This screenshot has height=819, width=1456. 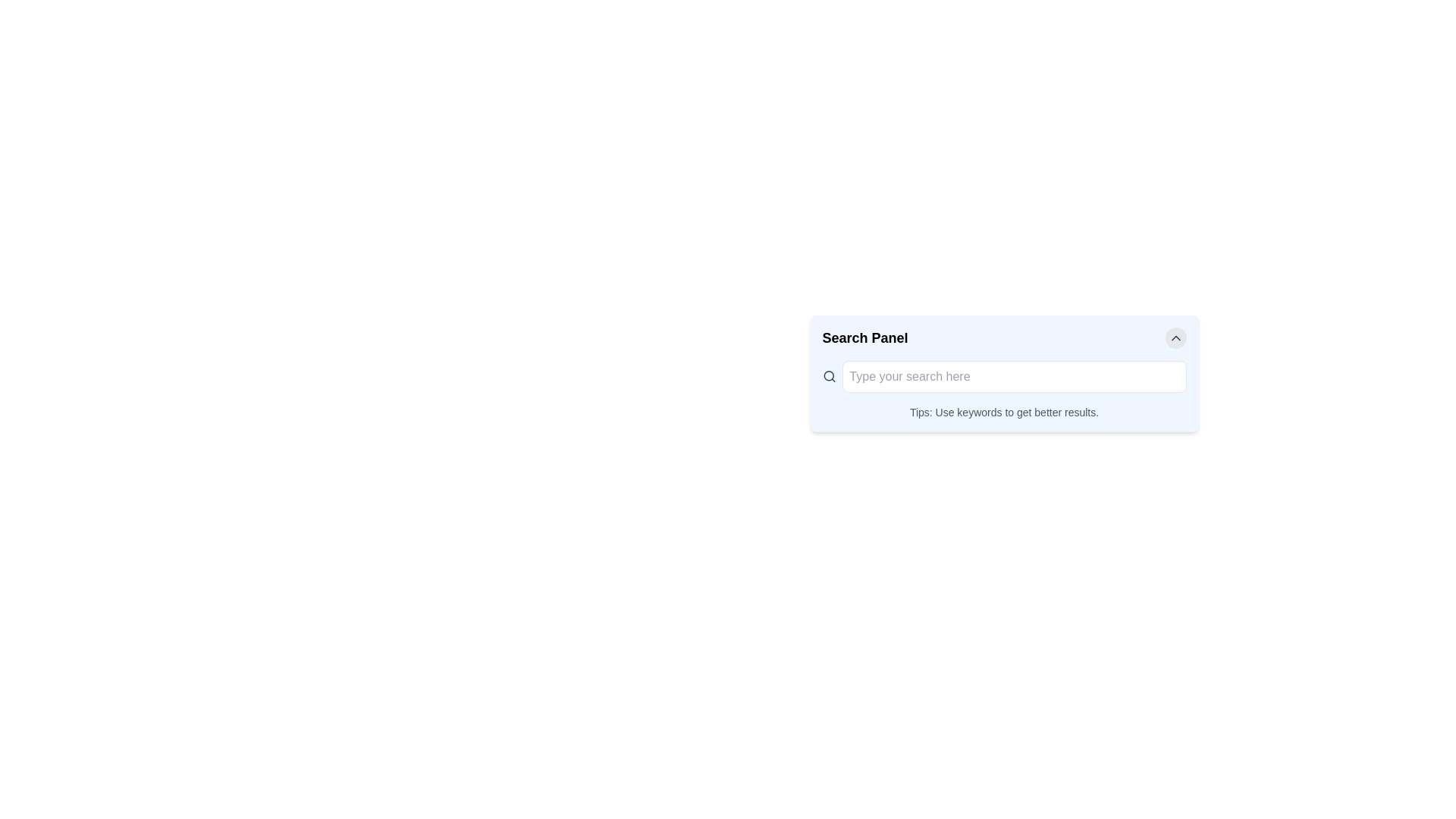 I want to click on the decorative circle of the magnifying glass icon located in the 'Search Panel' section near the top-left corner inside the input field, so click(x=828, y=375).